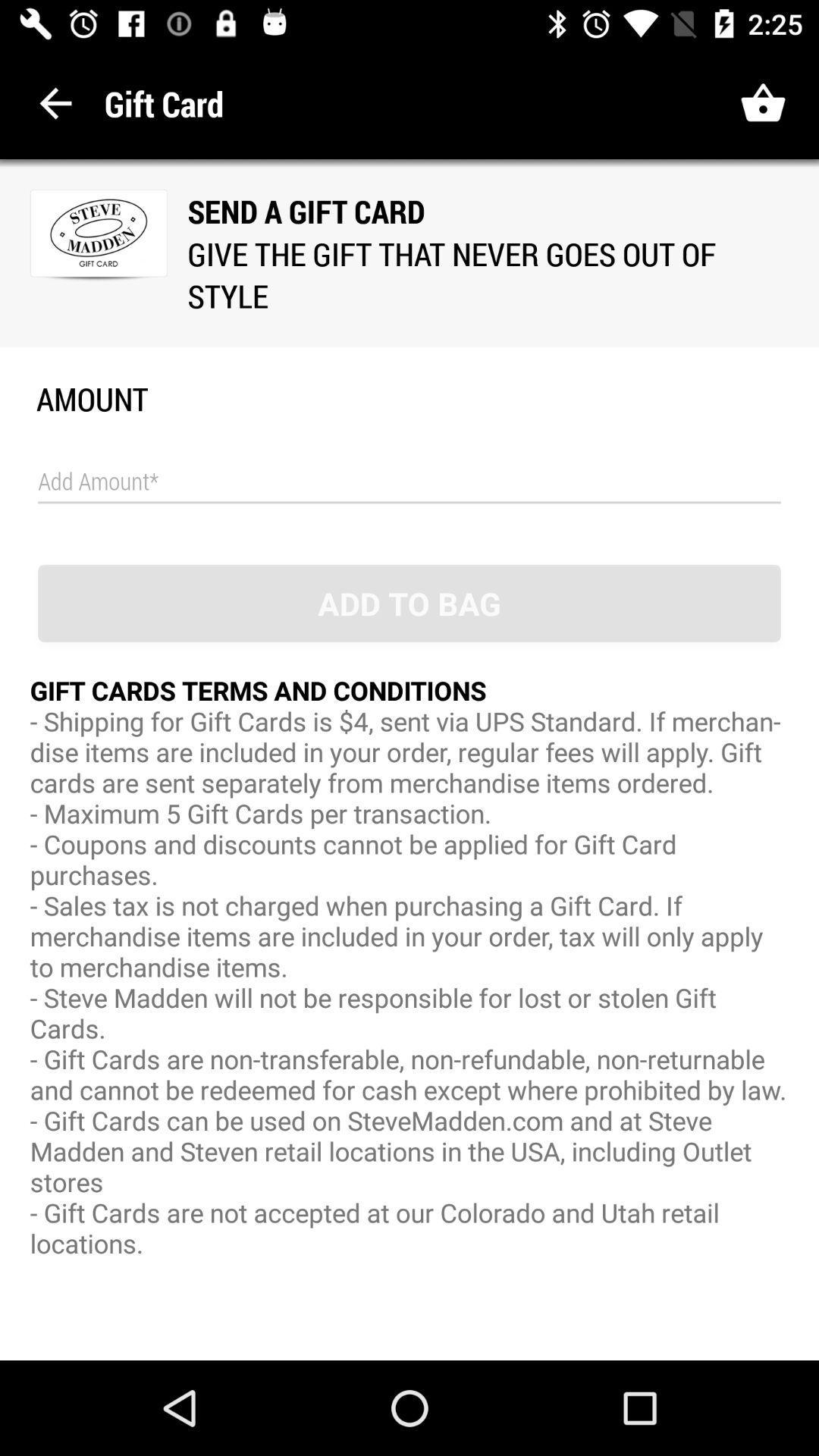 This screenshot has height=1456, width=819. Describe the element at coordinates (55, 102) in the screenshot. I see `go back` at that location.